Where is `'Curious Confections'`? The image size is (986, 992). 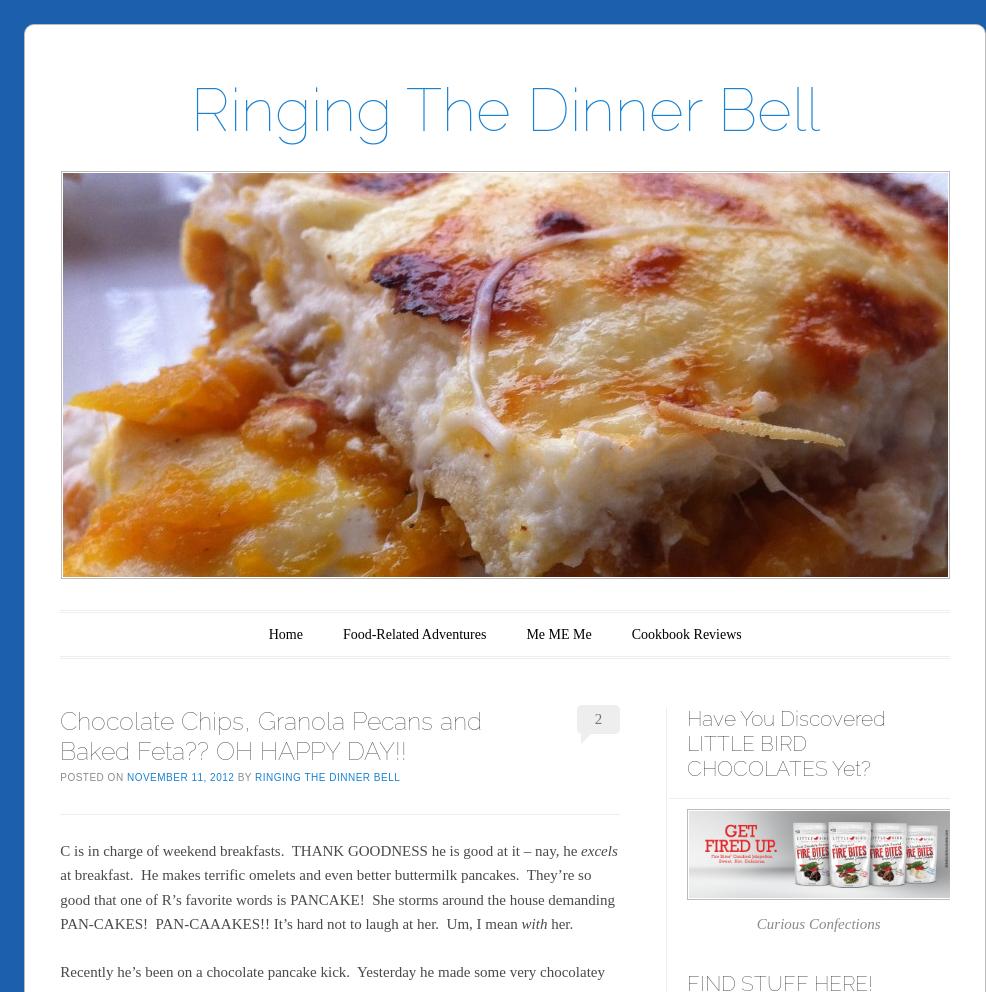 'Curious Confections' is located at coordinates (755, 921).